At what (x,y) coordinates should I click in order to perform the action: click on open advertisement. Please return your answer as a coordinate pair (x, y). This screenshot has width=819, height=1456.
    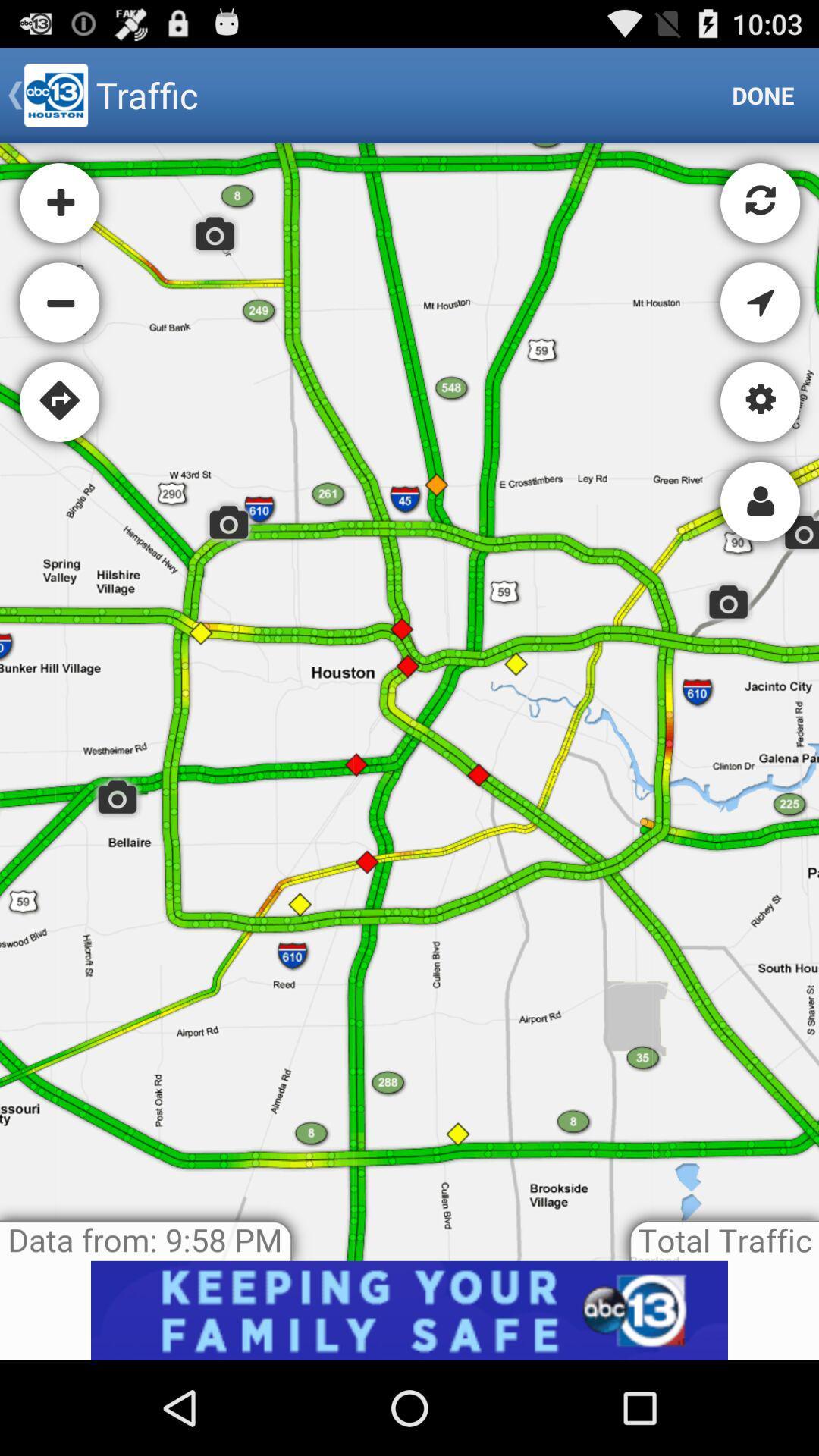
    Looking at the image, I should click on (409, 1310).